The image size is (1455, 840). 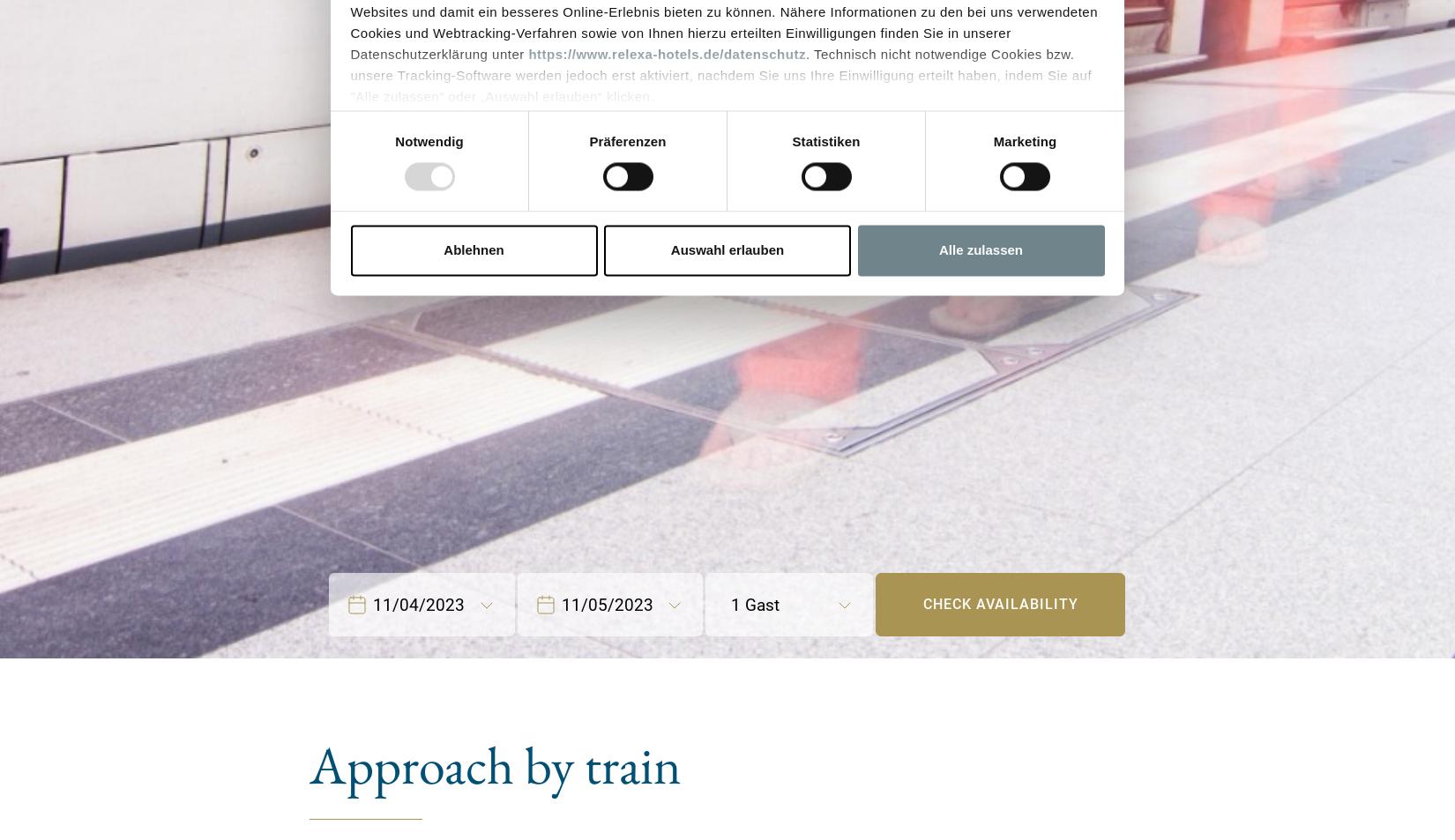 What do you see at coordinates (980, 249) in the screenshot?
I see `'Alle zulassen'` at bounding box center [980, 249].